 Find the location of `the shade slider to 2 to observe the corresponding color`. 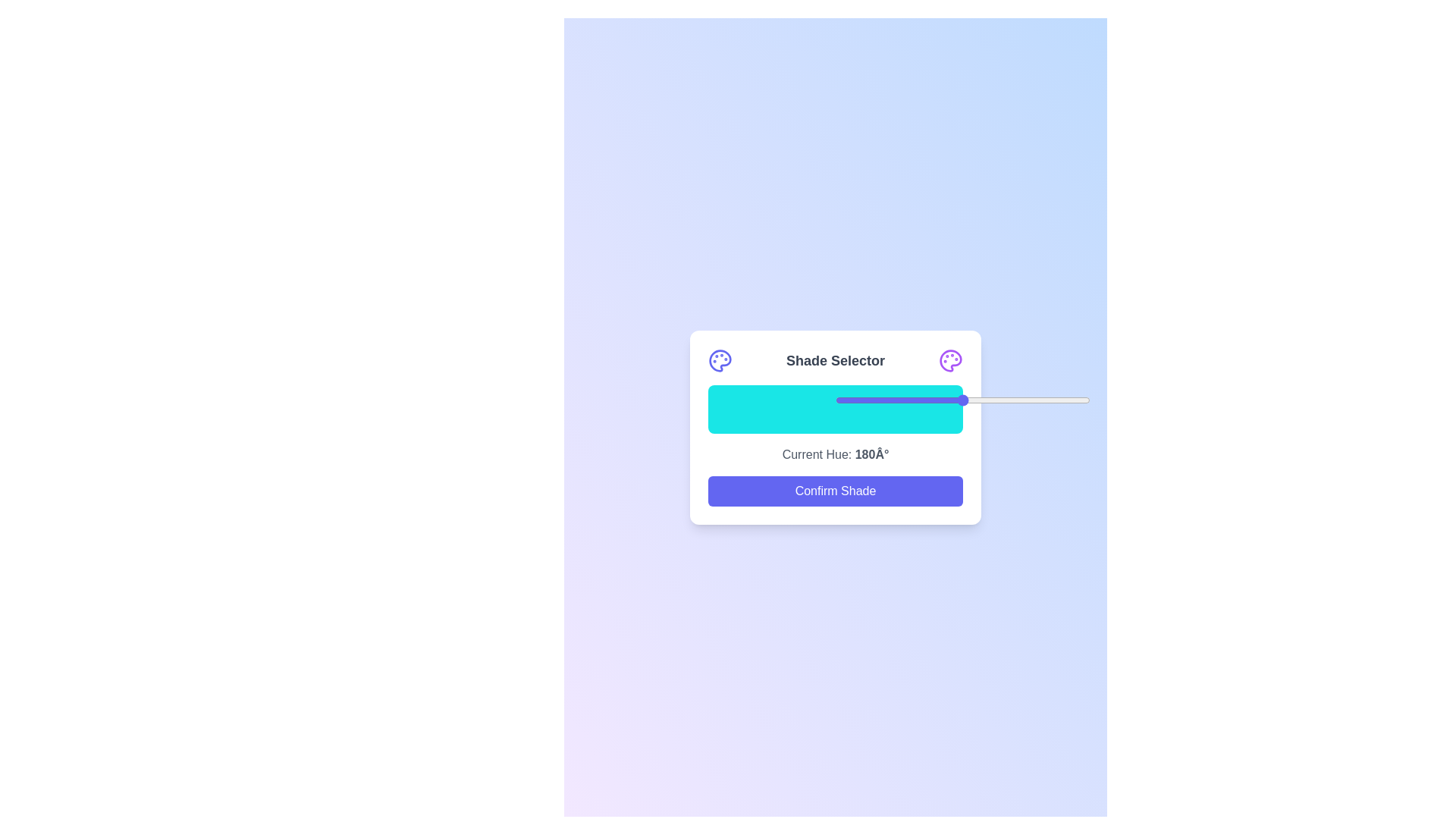

the shade slider to 2 to observe the corresponding color is located at coordinates (712, 409).